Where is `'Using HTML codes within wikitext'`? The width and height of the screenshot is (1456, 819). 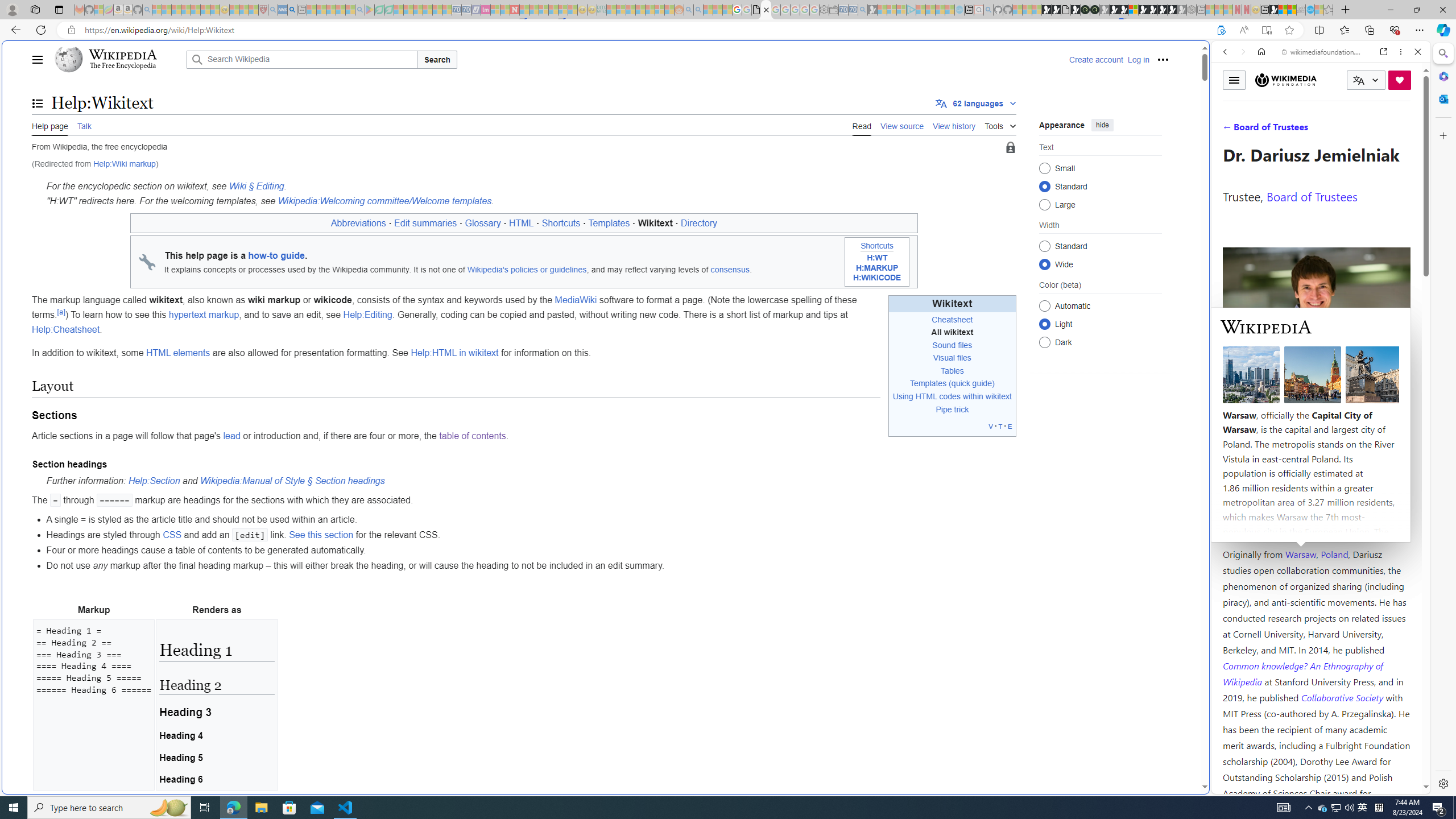 'Using HTML codes within wikitext' is located at coordinates (952, 396).